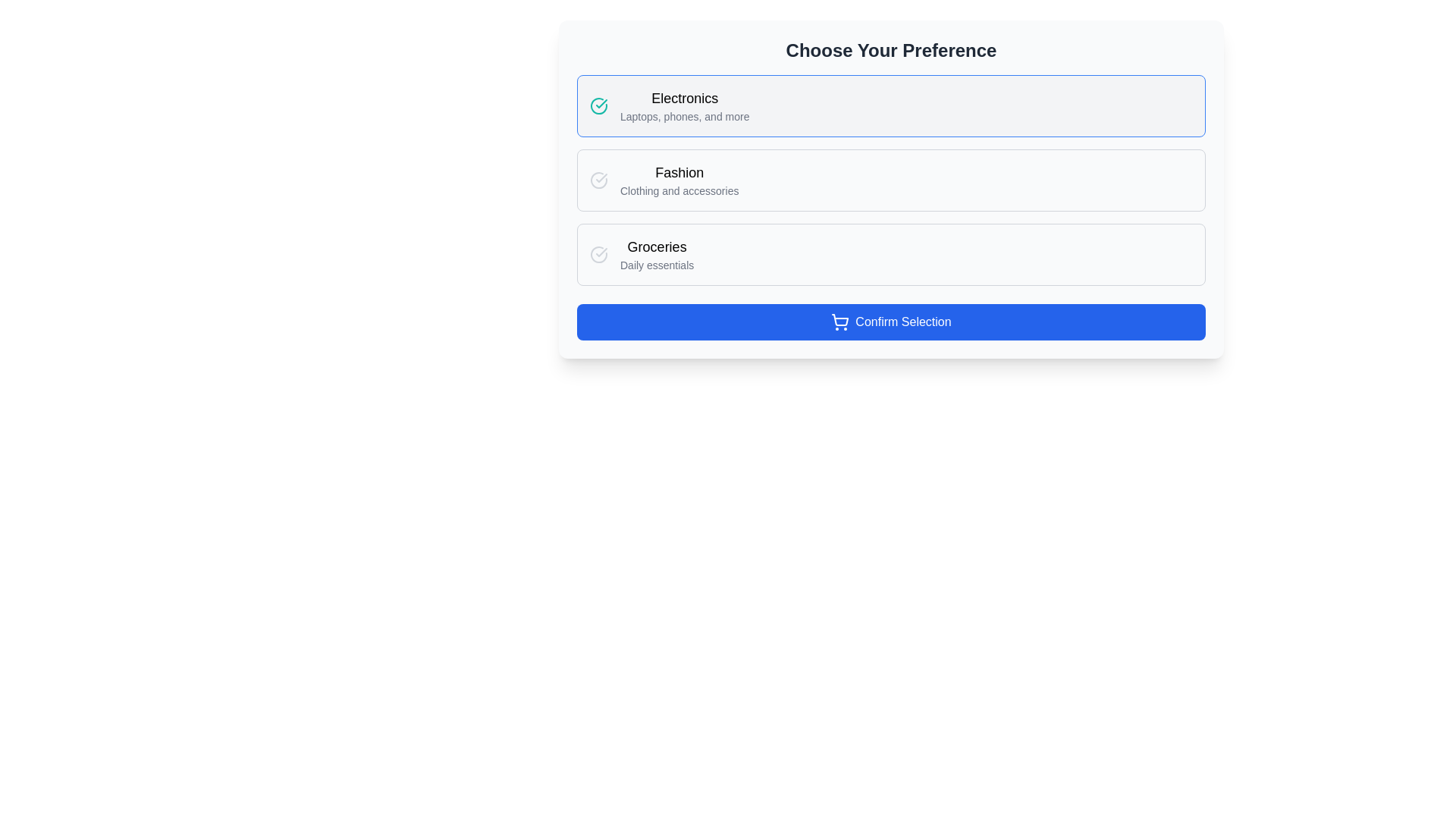  I want to click on the description text element under the 'Groceries' category in the selection interface to provide additional context, so click(657, 265).